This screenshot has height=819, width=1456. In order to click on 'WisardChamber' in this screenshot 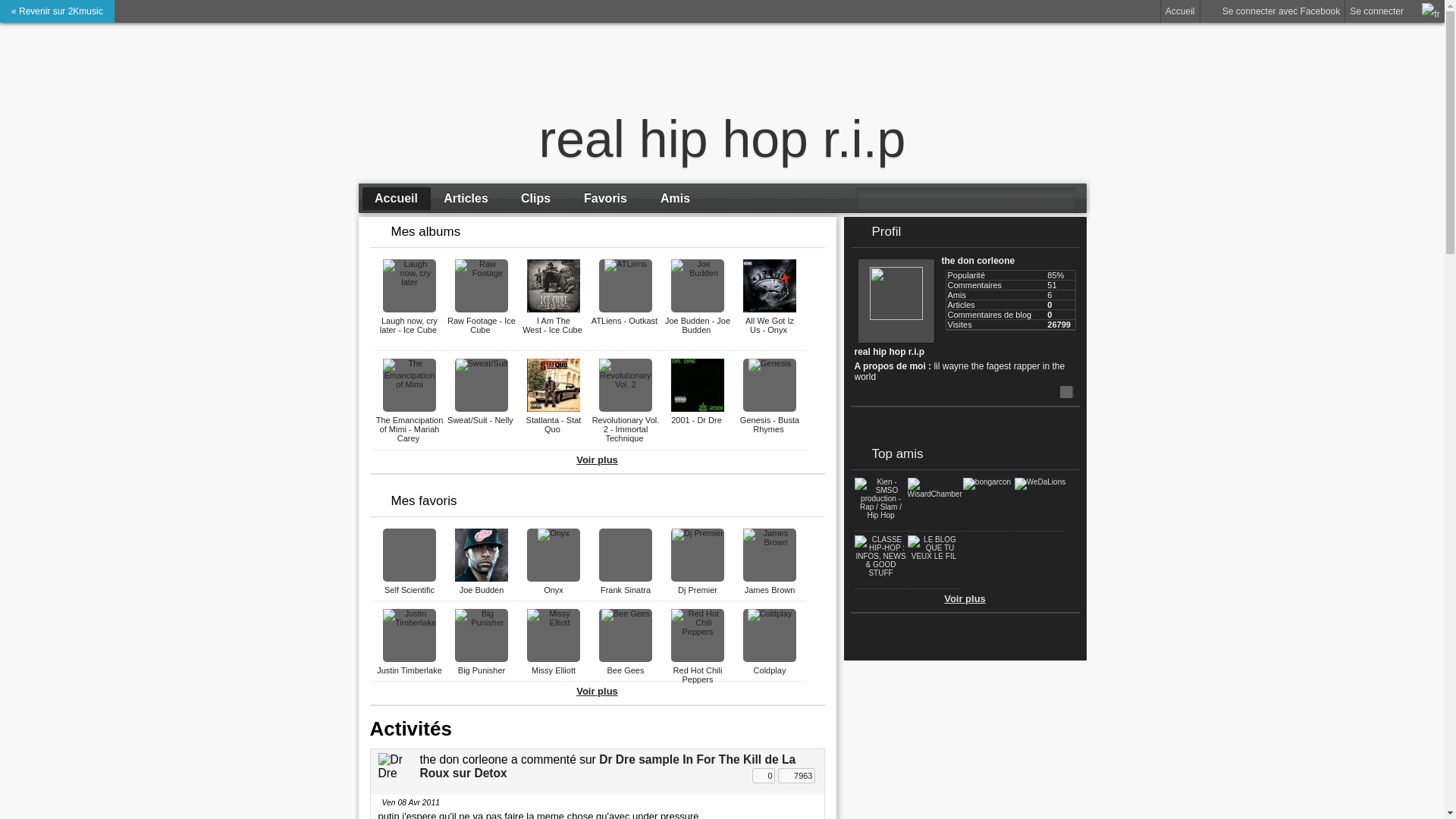, I will do `click(934, 494)`.